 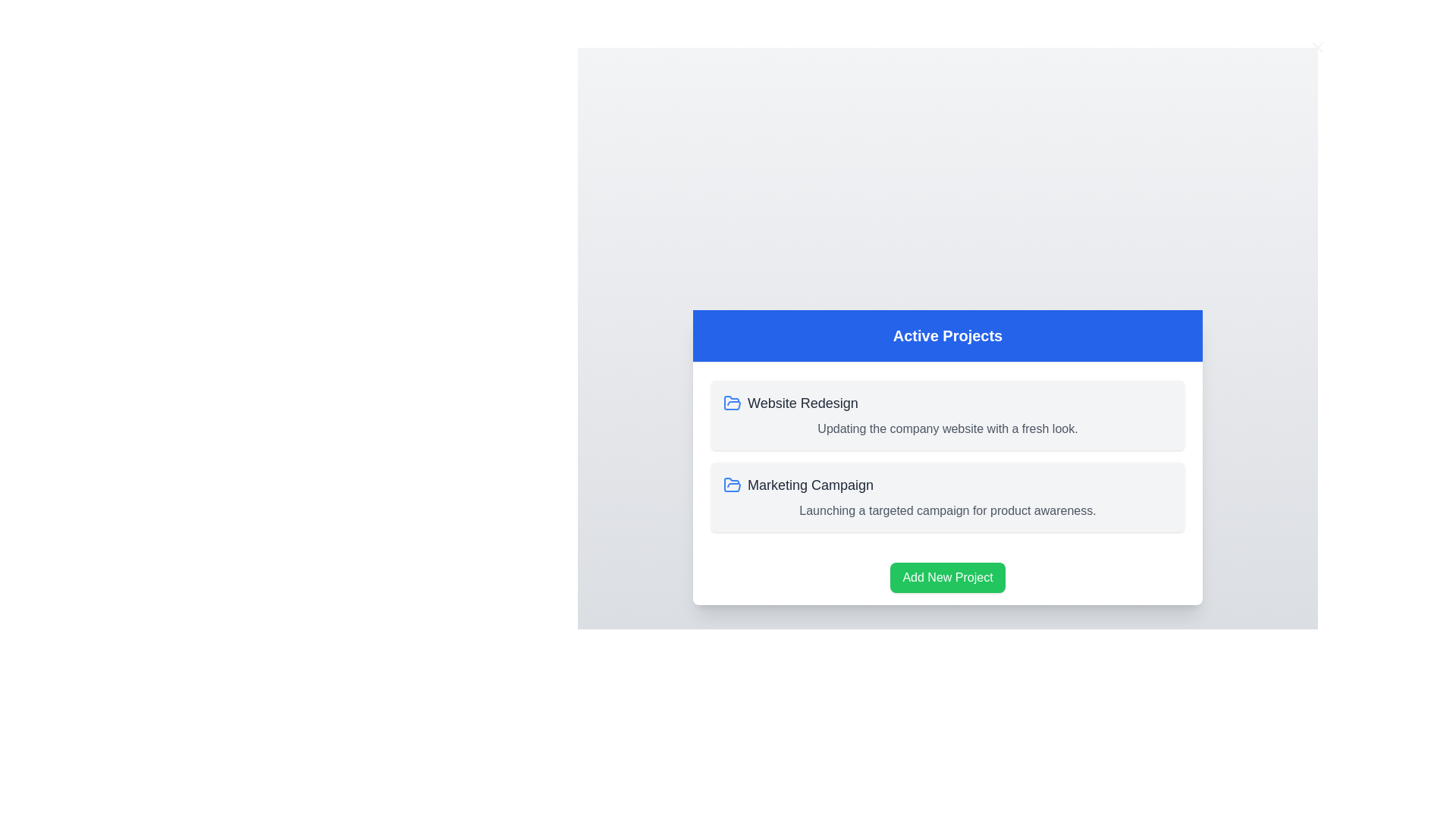 What do you see at coordinates (732, 485) in the screenshot?
I see `the project icon for Marketing Campaign` at bounding box center [732, 485].